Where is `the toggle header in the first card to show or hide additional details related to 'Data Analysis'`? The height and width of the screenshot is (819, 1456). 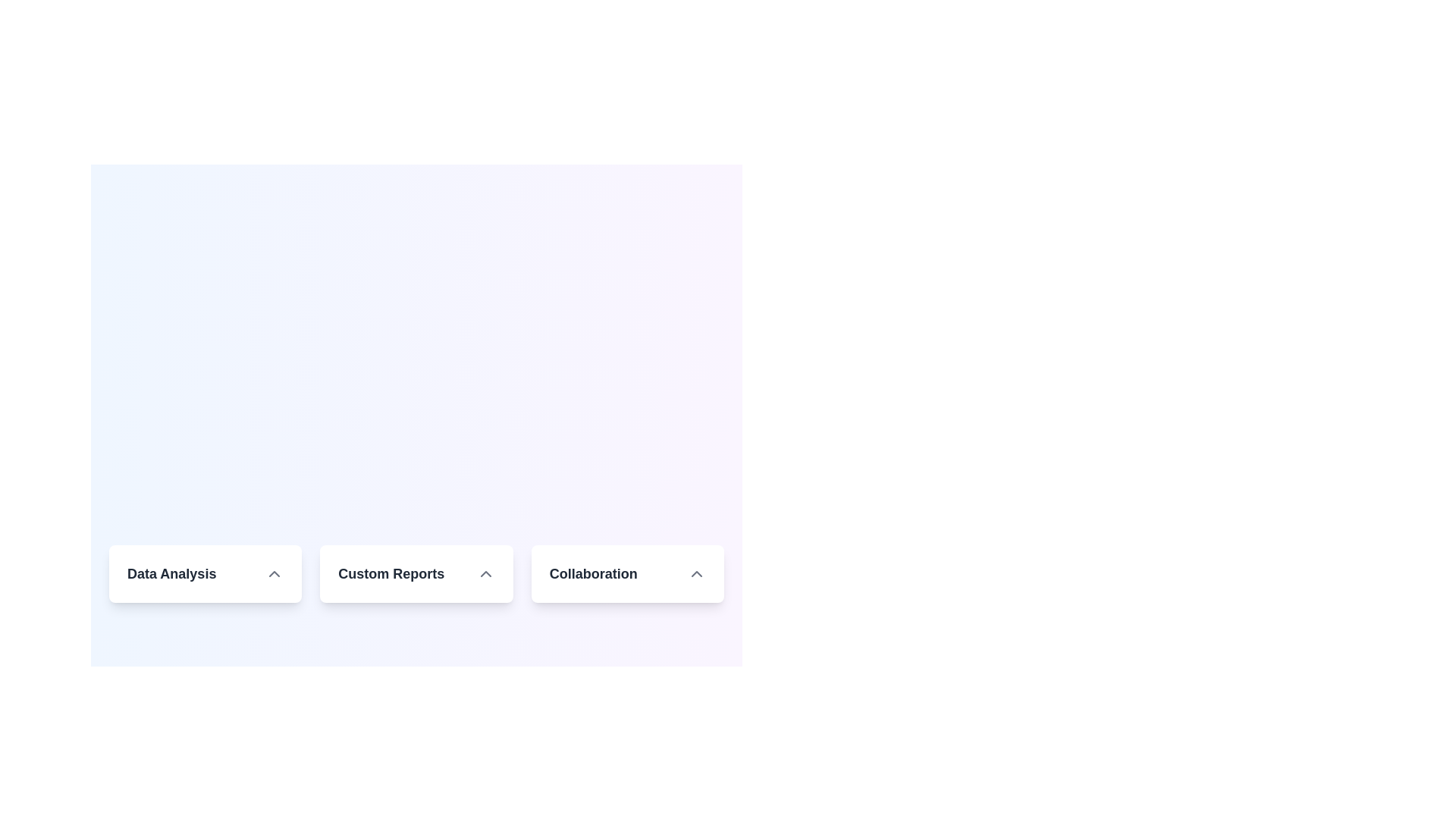 the toggle header in the first card to show or hide additional details related to 'Data Analysis' is located at coordinates (205, 573).